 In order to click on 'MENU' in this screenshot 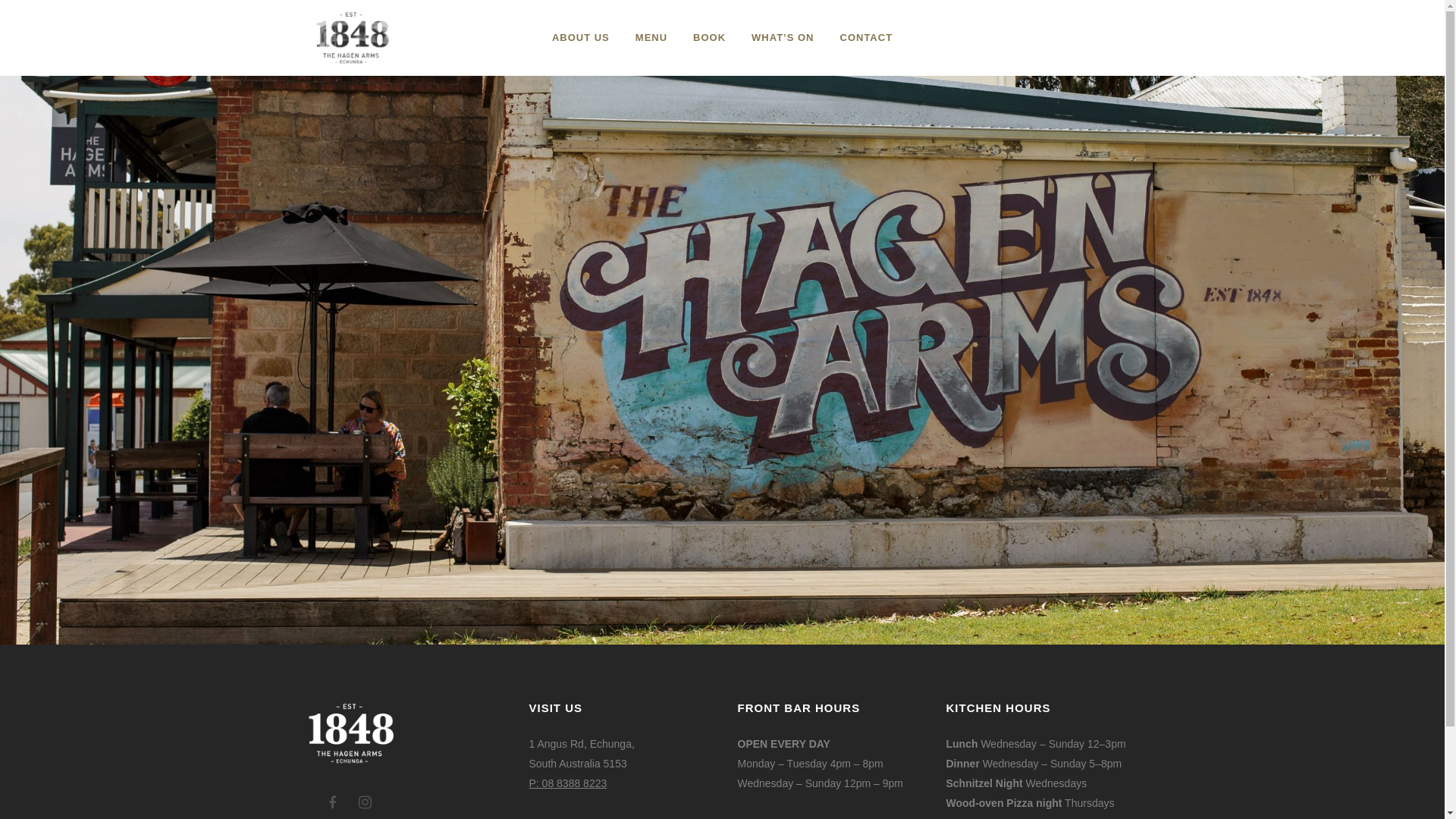, I will do `click(651, 37)`.